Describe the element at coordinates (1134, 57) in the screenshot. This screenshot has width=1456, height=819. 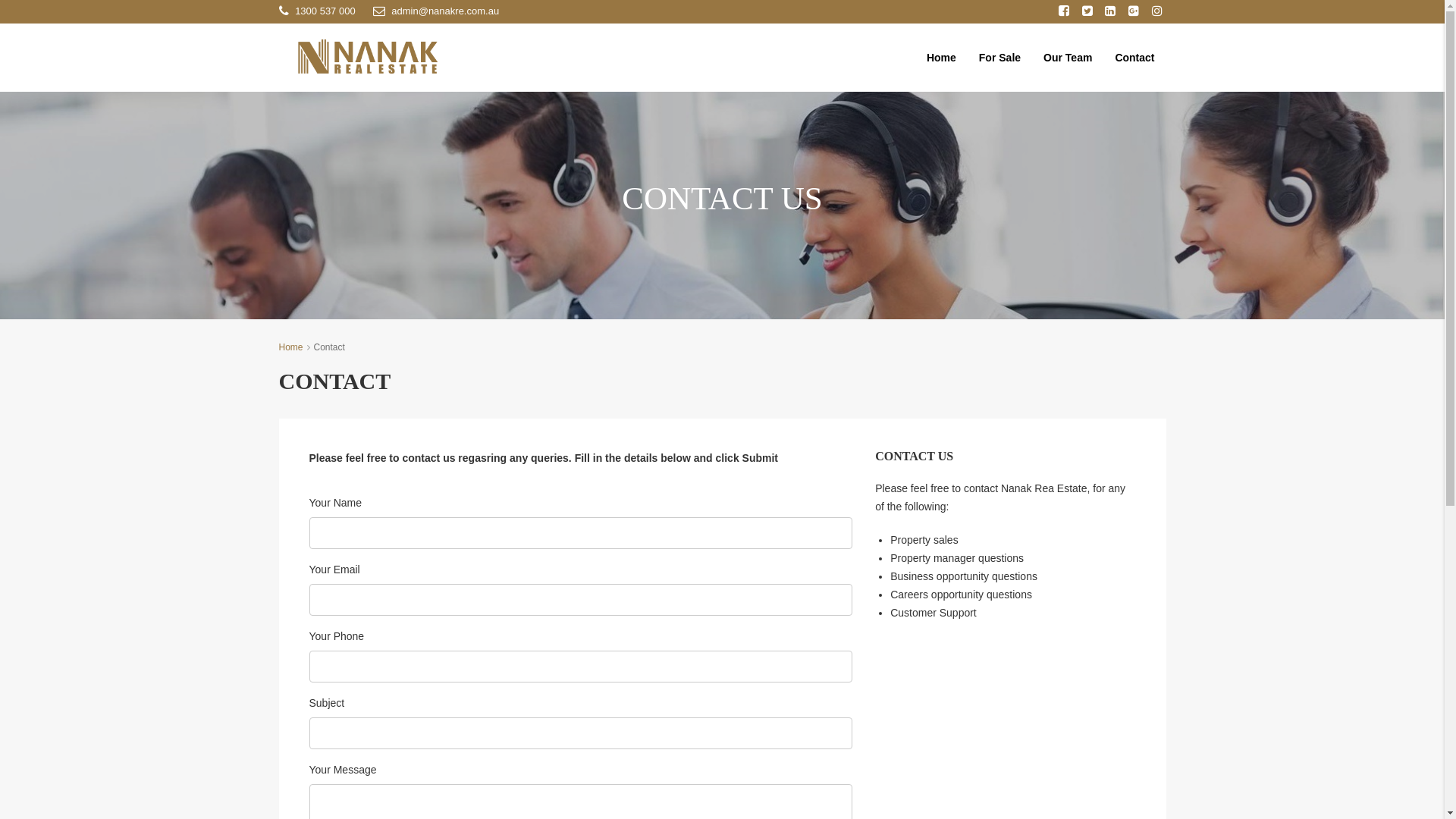
I see `'Contact'` at that location.